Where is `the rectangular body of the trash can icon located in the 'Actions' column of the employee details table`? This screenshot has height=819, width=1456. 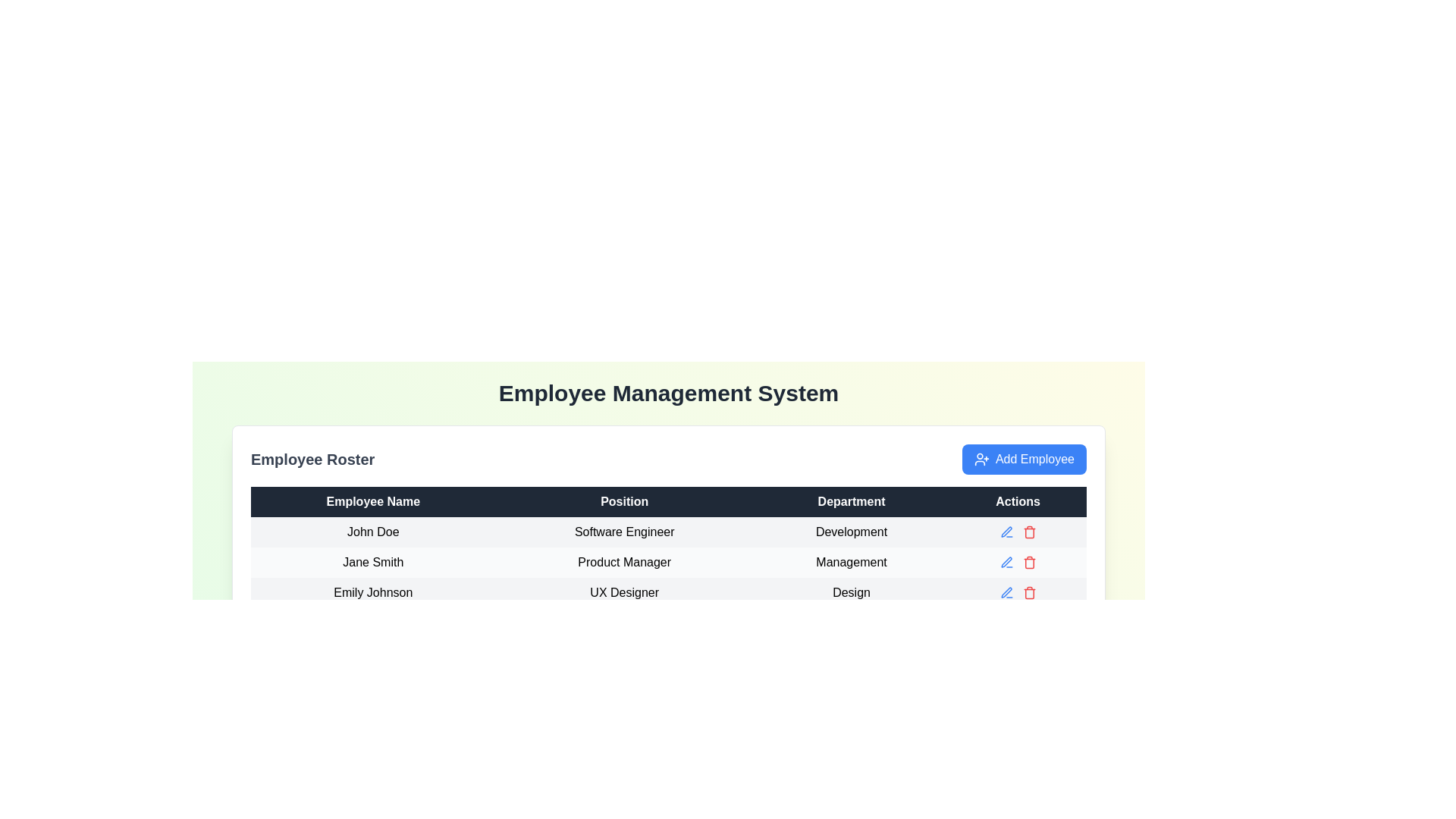 the rectangular body of the trash can icon located in the 'Actions' column of the employee details table is located at coordinates (1029, 563).